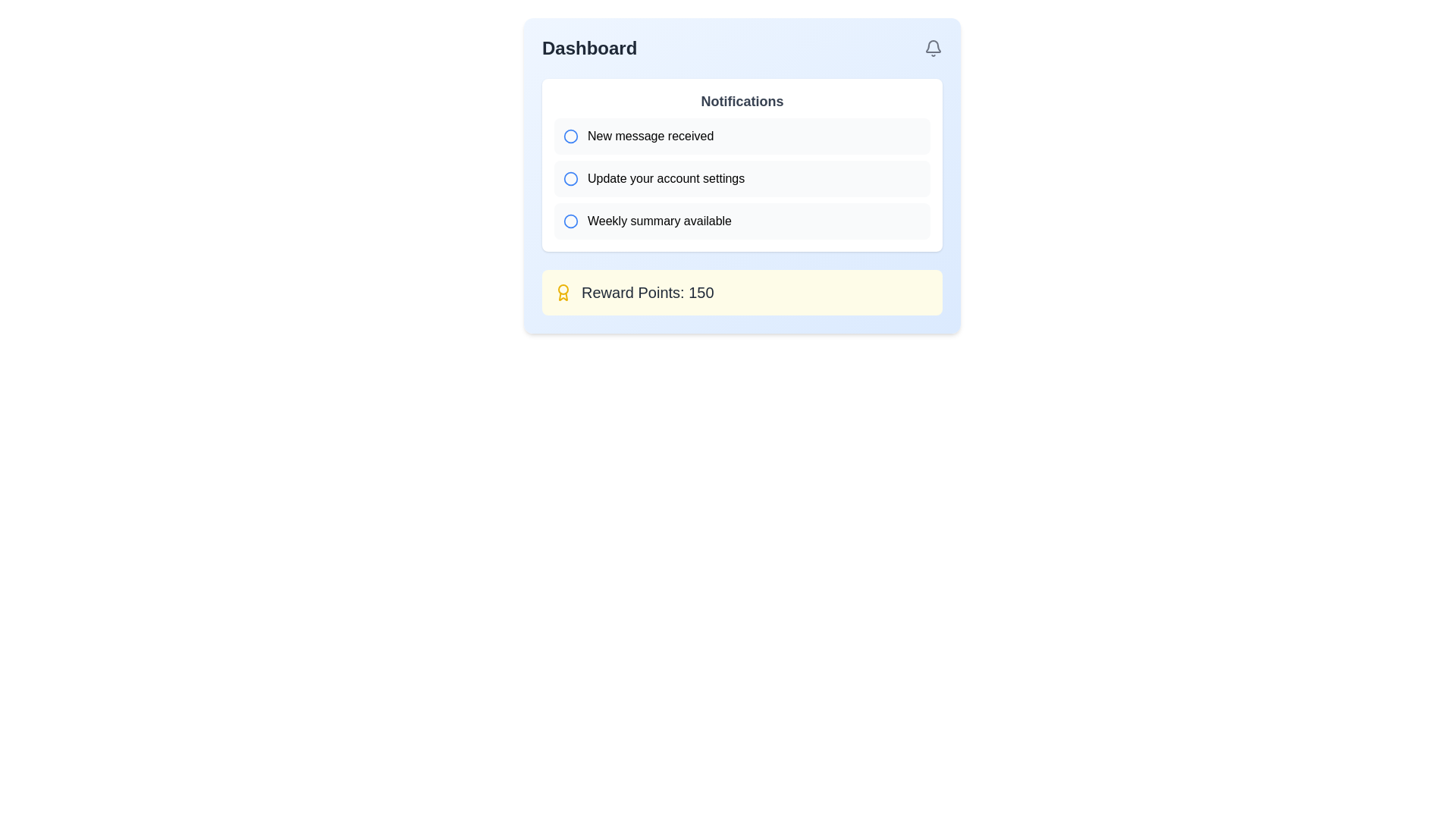  What do you see at coordinates (570, 221) in the screenshot?
I see `the circular blue-stroke graphic icon located in the Notifications section, adjacent to the text 'Weekly summary available'` at bounding box center [570, 221].